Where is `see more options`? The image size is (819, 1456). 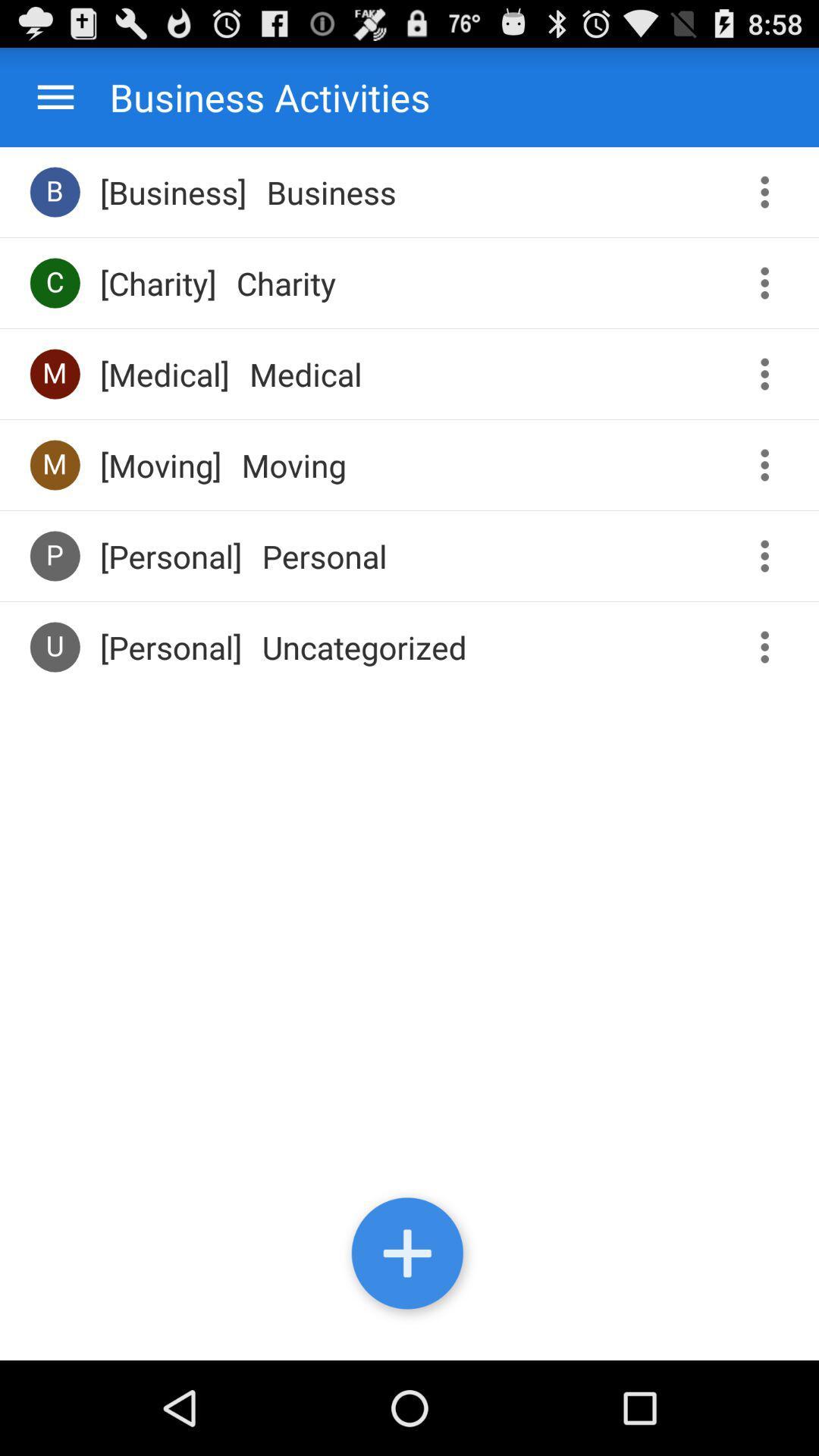
see more options is located at coordinates (770, 464).